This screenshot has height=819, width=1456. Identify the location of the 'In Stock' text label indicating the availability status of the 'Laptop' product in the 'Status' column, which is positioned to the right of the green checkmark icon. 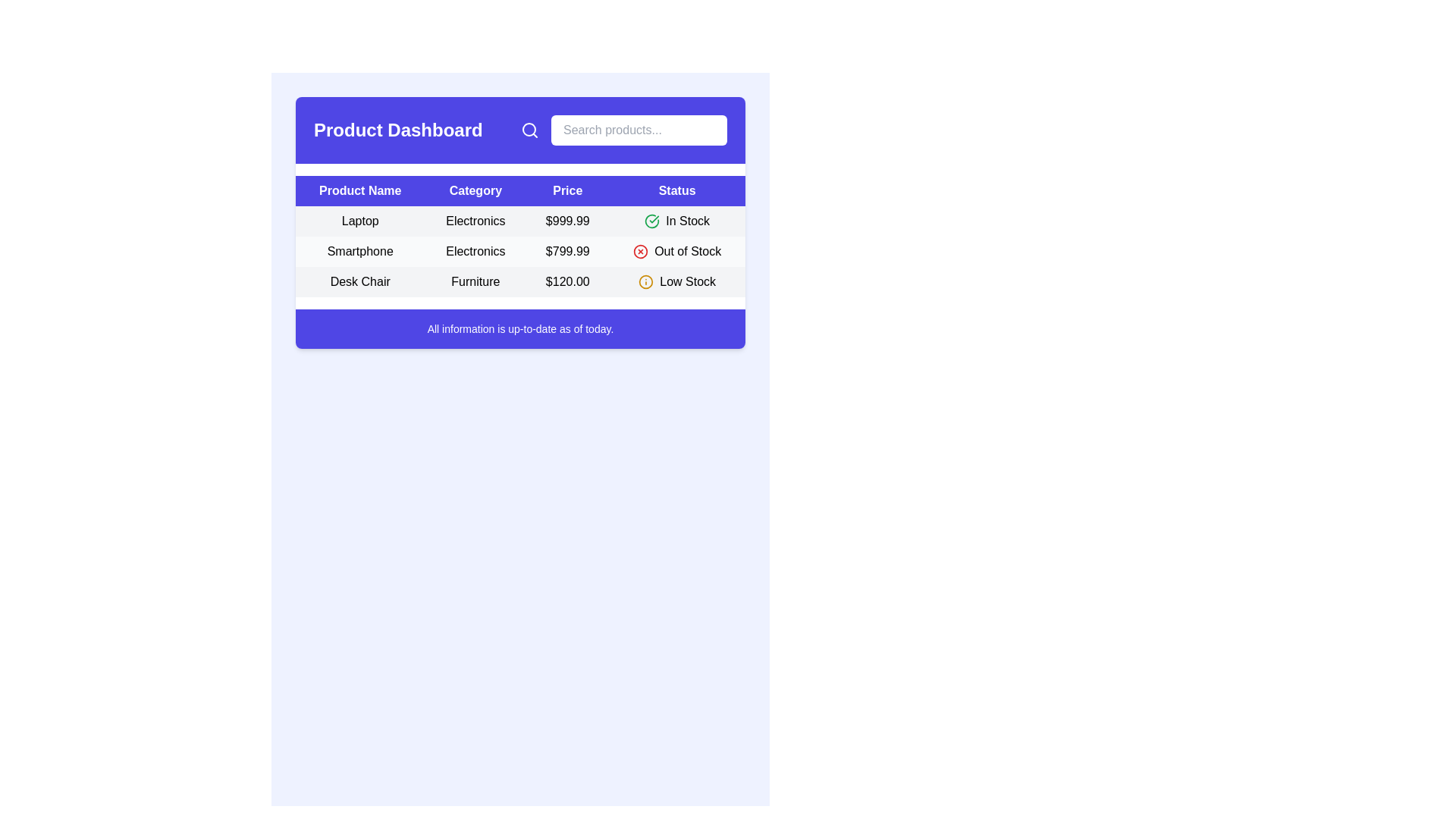
(687, 221).